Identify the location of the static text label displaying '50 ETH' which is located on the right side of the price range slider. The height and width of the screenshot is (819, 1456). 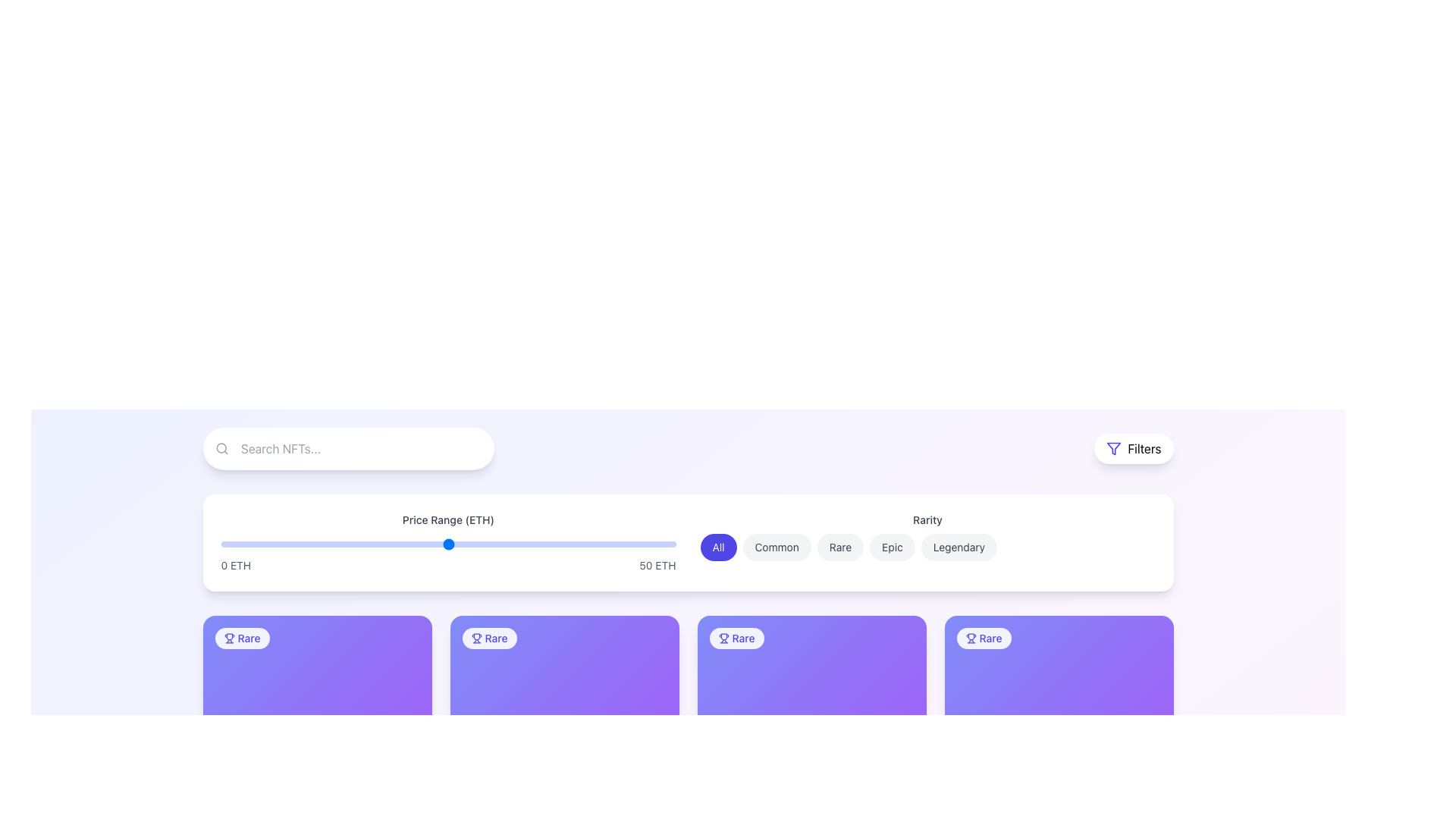
(657, 565).